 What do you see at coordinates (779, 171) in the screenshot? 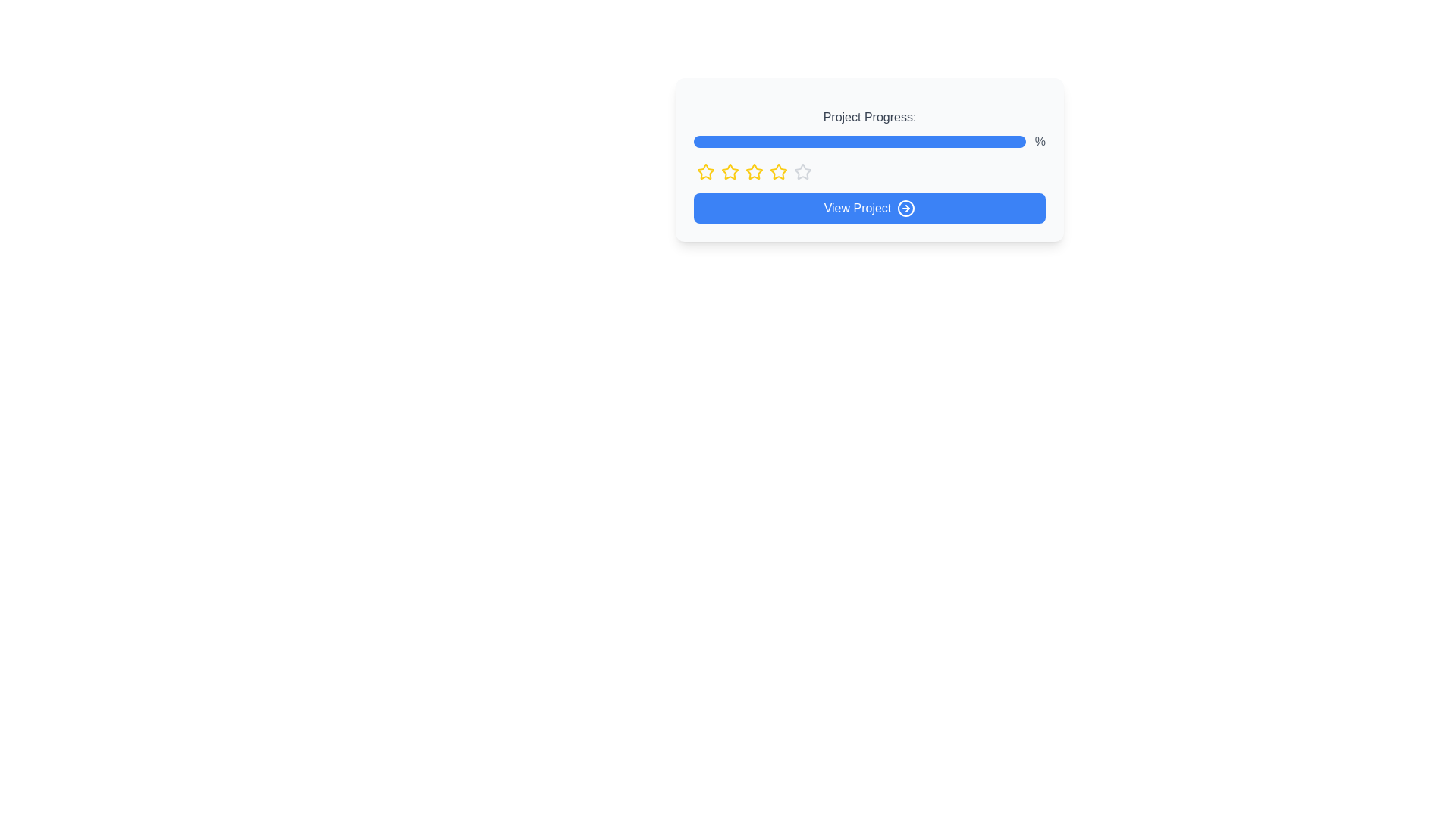
I see `the fourth star icon in the rating system` at bounding box center [779, 171].